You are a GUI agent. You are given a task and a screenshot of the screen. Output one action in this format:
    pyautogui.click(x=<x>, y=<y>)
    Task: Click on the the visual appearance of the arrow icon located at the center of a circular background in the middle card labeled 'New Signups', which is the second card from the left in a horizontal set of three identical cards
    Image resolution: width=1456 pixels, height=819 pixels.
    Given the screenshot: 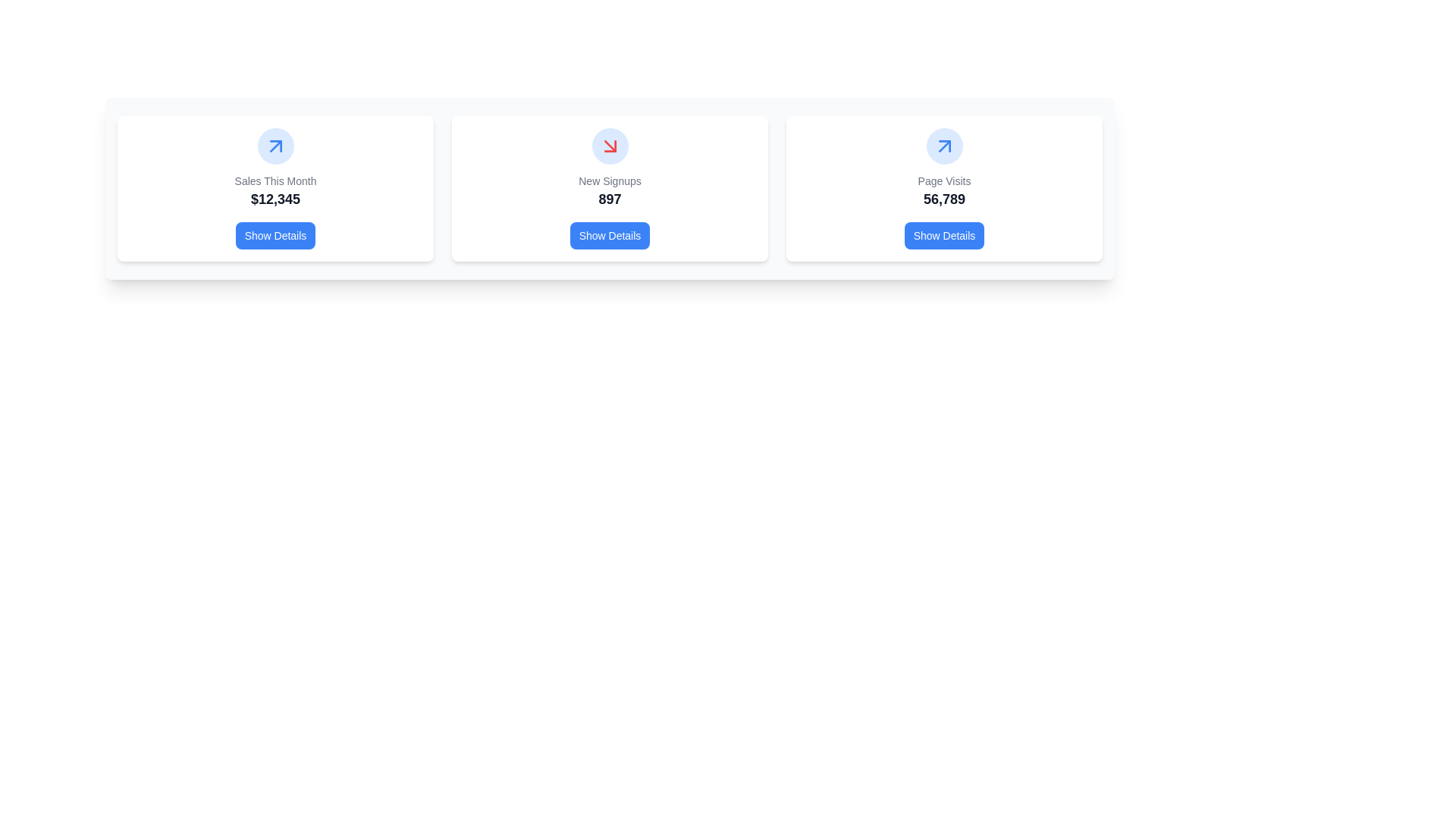 What is the action you would take?
    pyautogui.click(x=610, y=146)
    